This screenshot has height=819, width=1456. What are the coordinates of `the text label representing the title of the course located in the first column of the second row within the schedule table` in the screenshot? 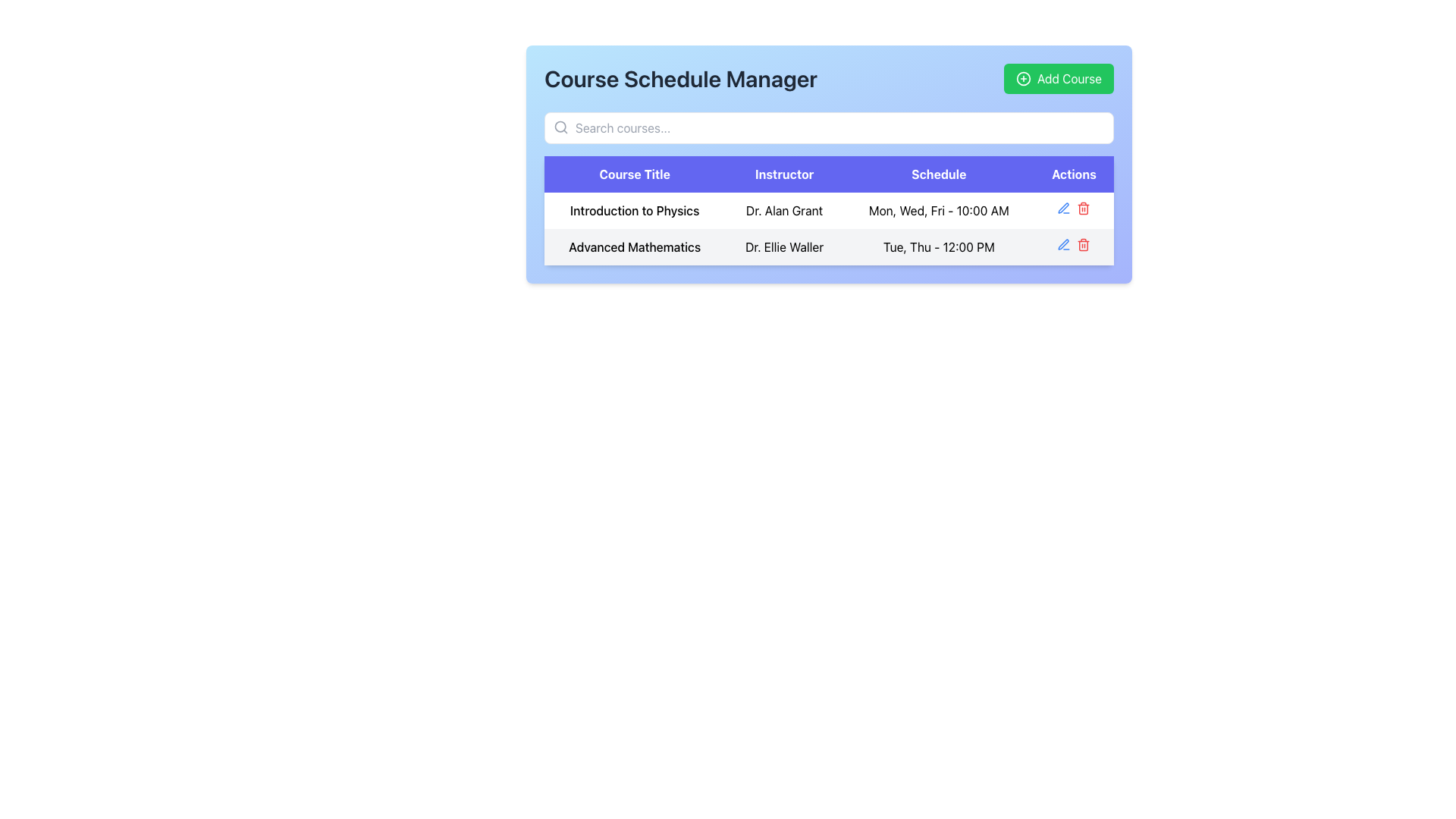 It's located at (635, 246).